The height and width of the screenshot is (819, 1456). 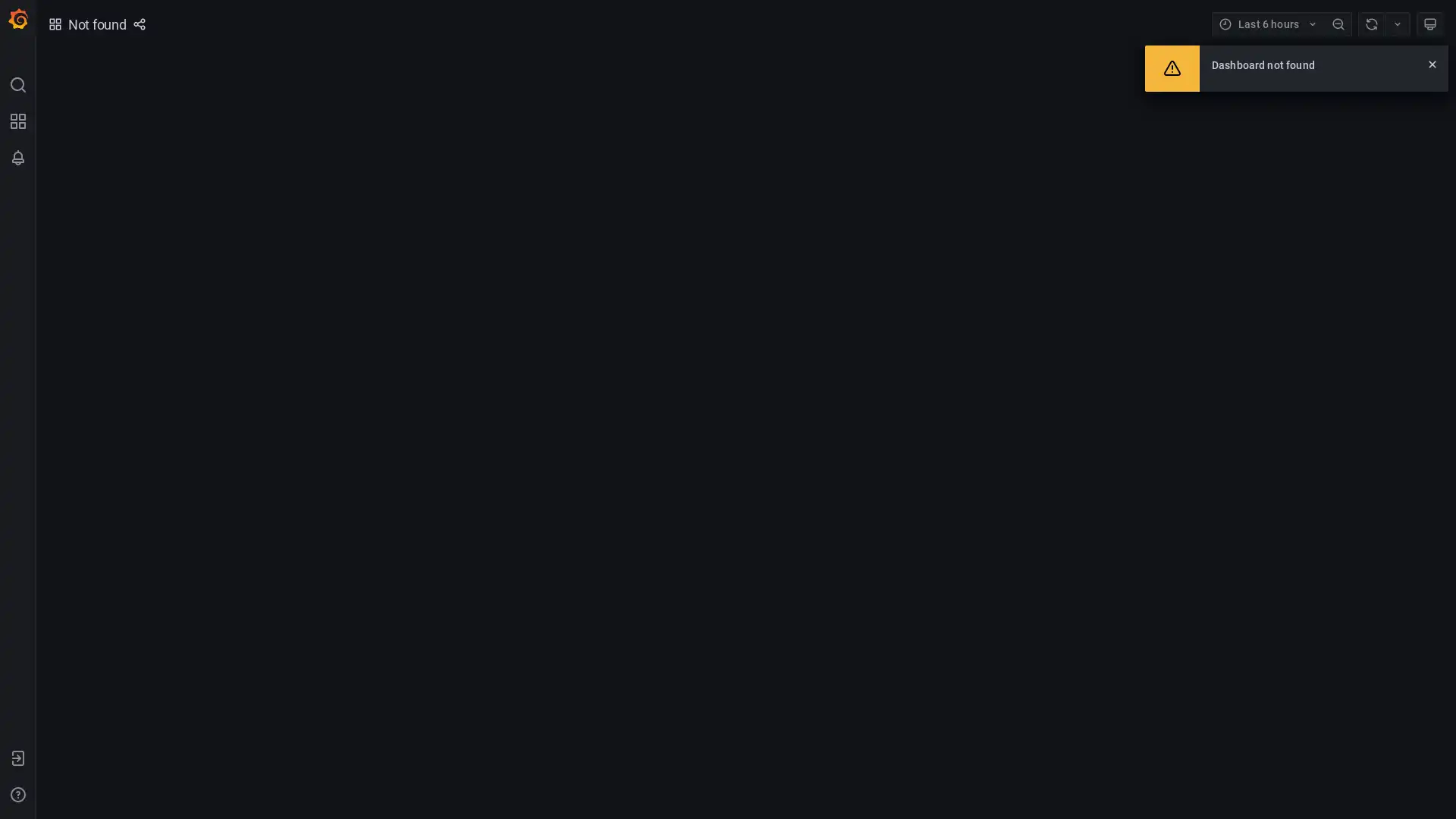 I want to click on Share dashboard or panel, so click(x=138, y=24).